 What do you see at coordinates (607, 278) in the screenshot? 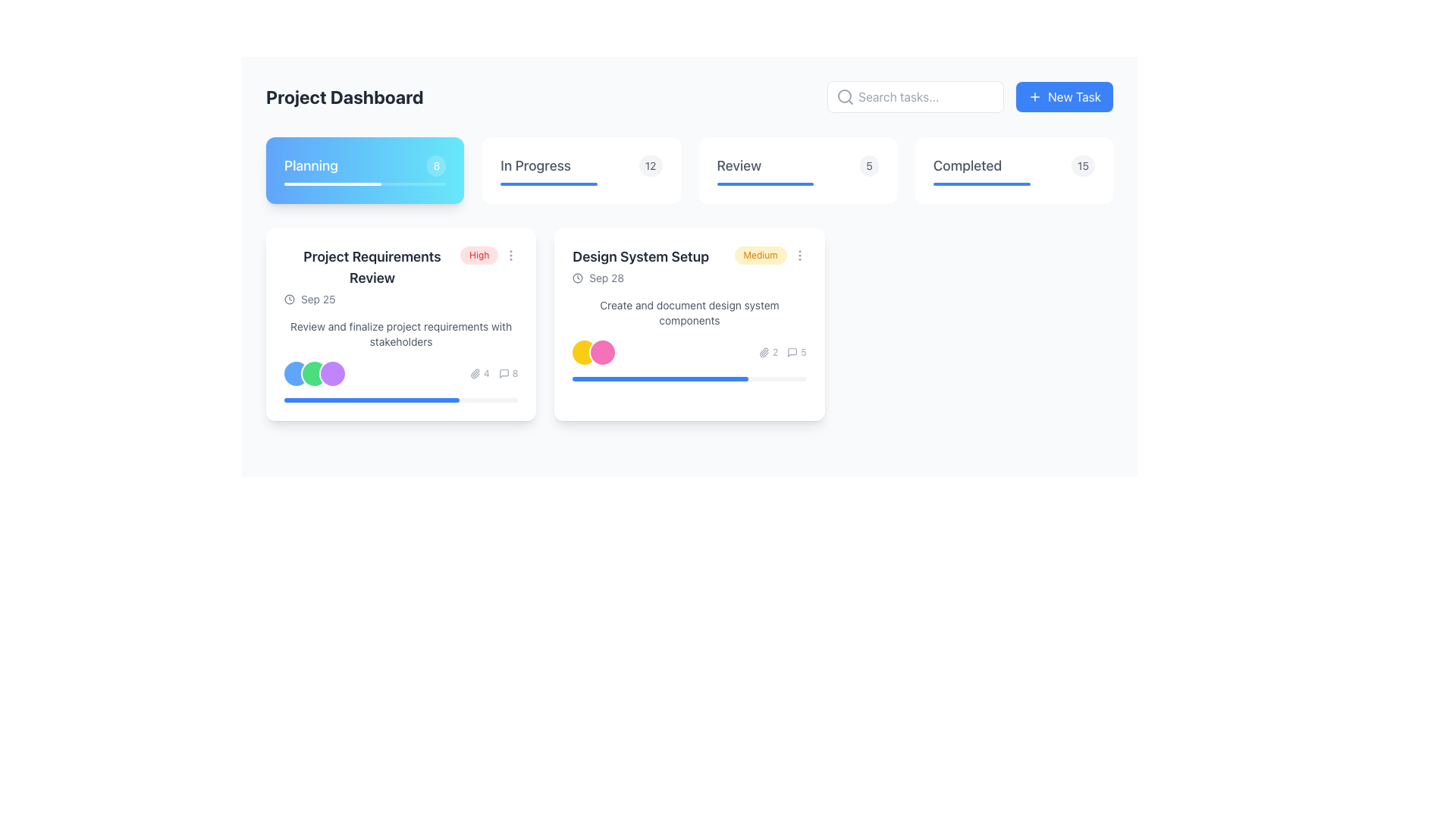
I see `the Text Label that indicates the date associated with the card titled 'Design System Setup', located directly below the clock icon in the top-left corner of the card` at bounding box center [607, 278].